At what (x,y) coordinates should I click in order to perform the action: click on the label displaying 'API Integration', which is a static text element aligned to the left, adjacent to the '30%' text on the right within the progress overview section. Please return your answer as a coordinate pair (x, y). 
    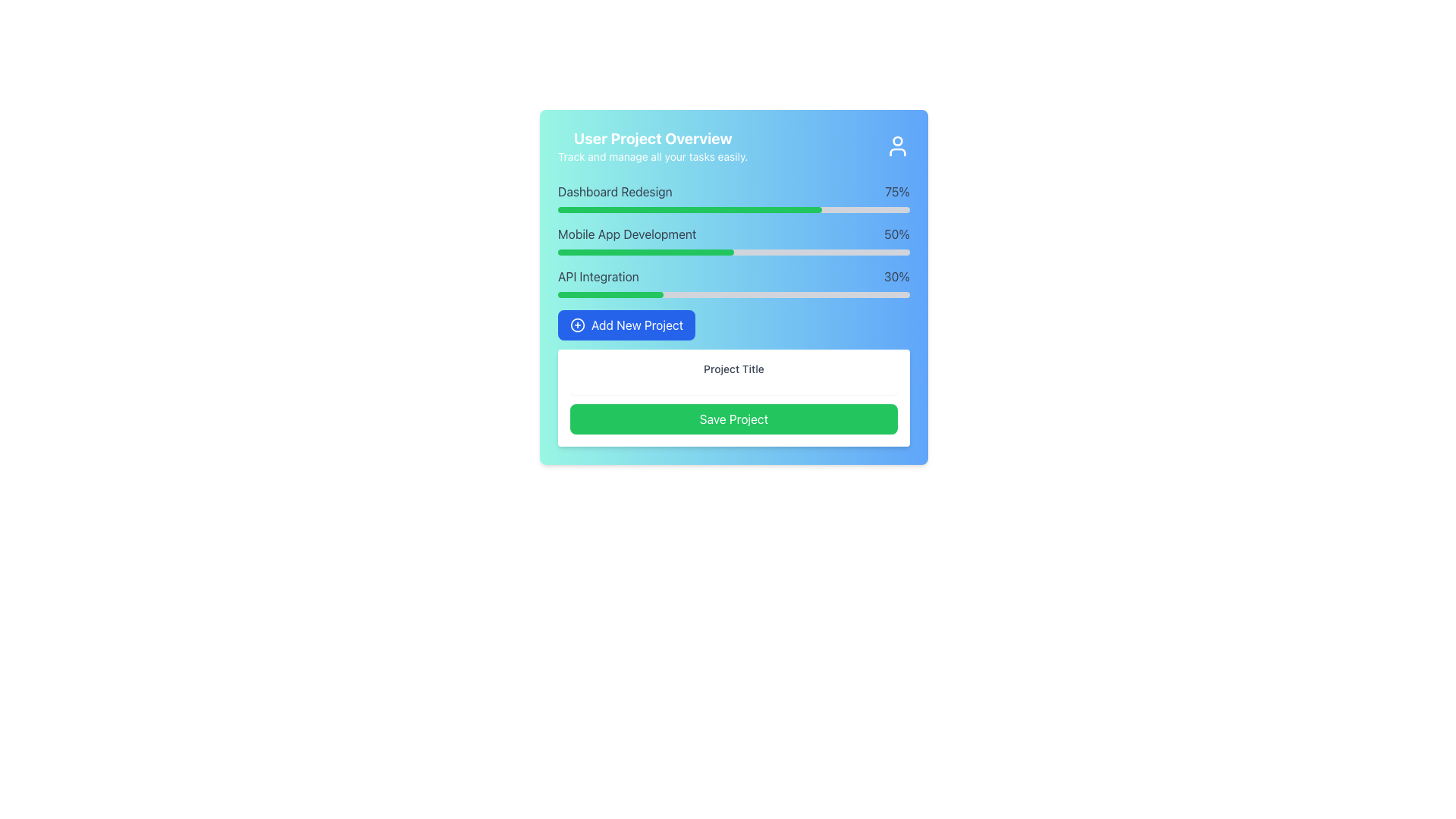
    Looking at the image, I should click on (598, 277).